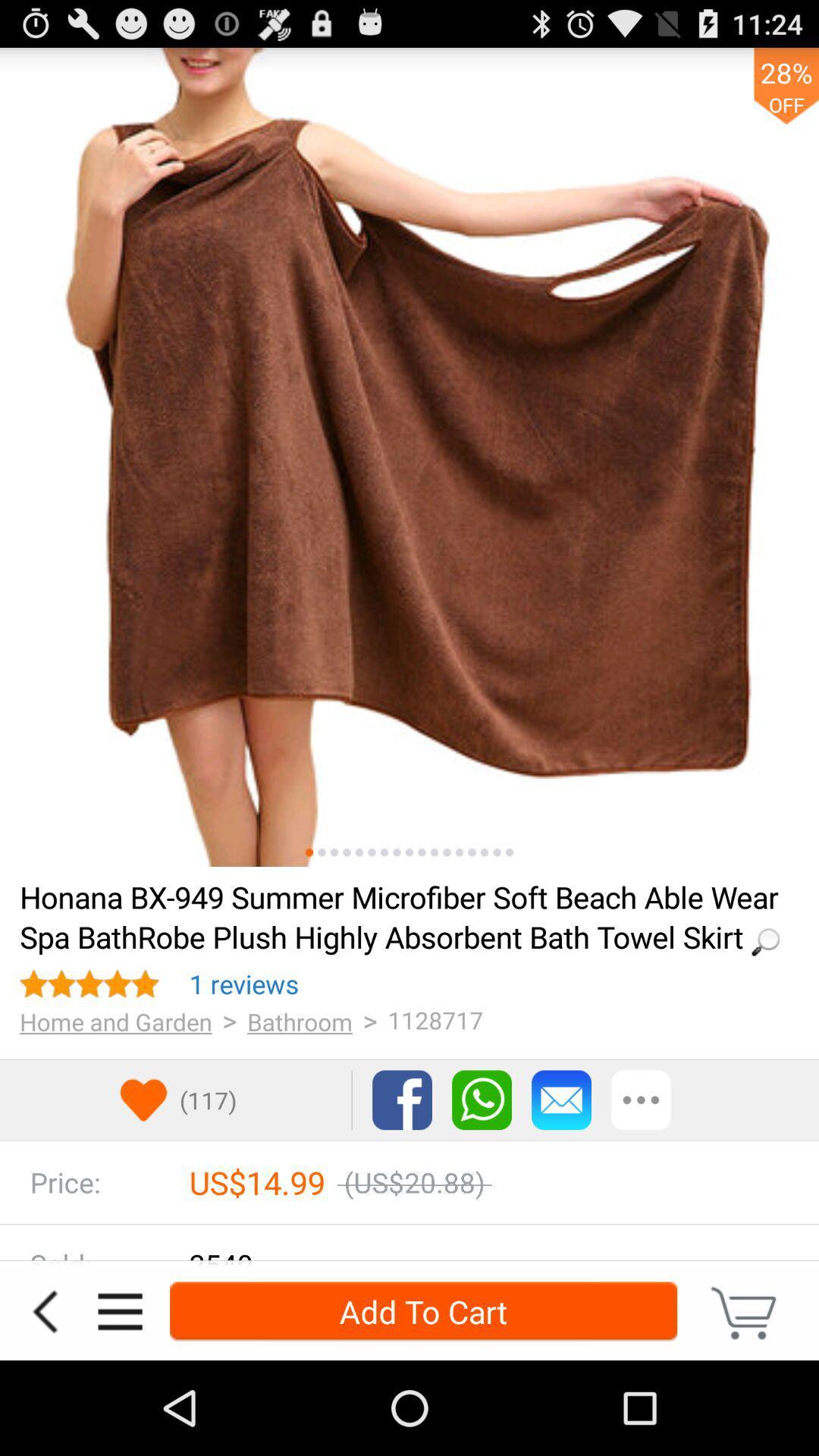  I want to click on picture, so click(333, 852).